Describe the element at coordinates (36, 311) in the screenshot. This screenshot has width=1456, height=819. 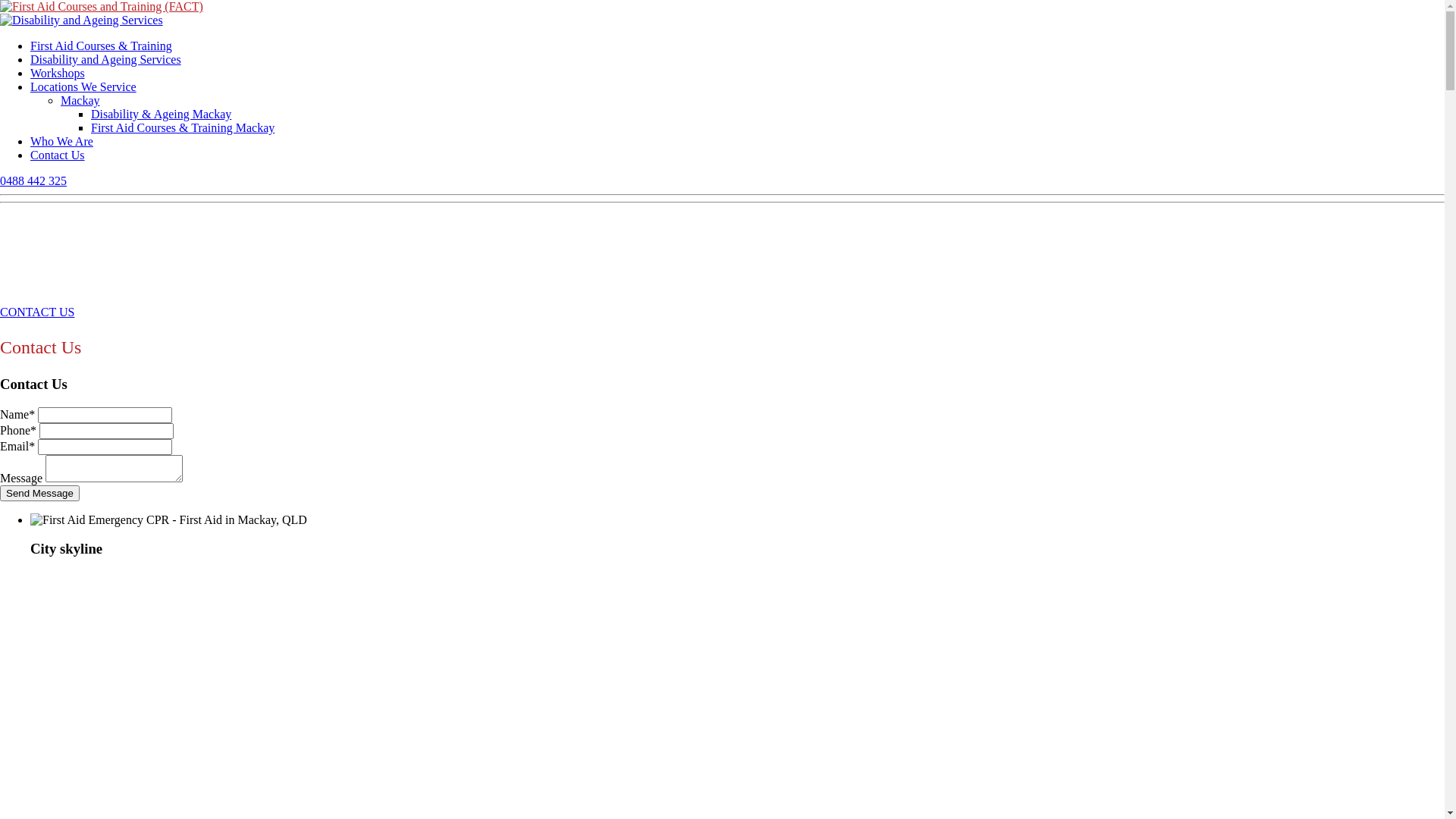
I see `'CONTACT US'` at that location.